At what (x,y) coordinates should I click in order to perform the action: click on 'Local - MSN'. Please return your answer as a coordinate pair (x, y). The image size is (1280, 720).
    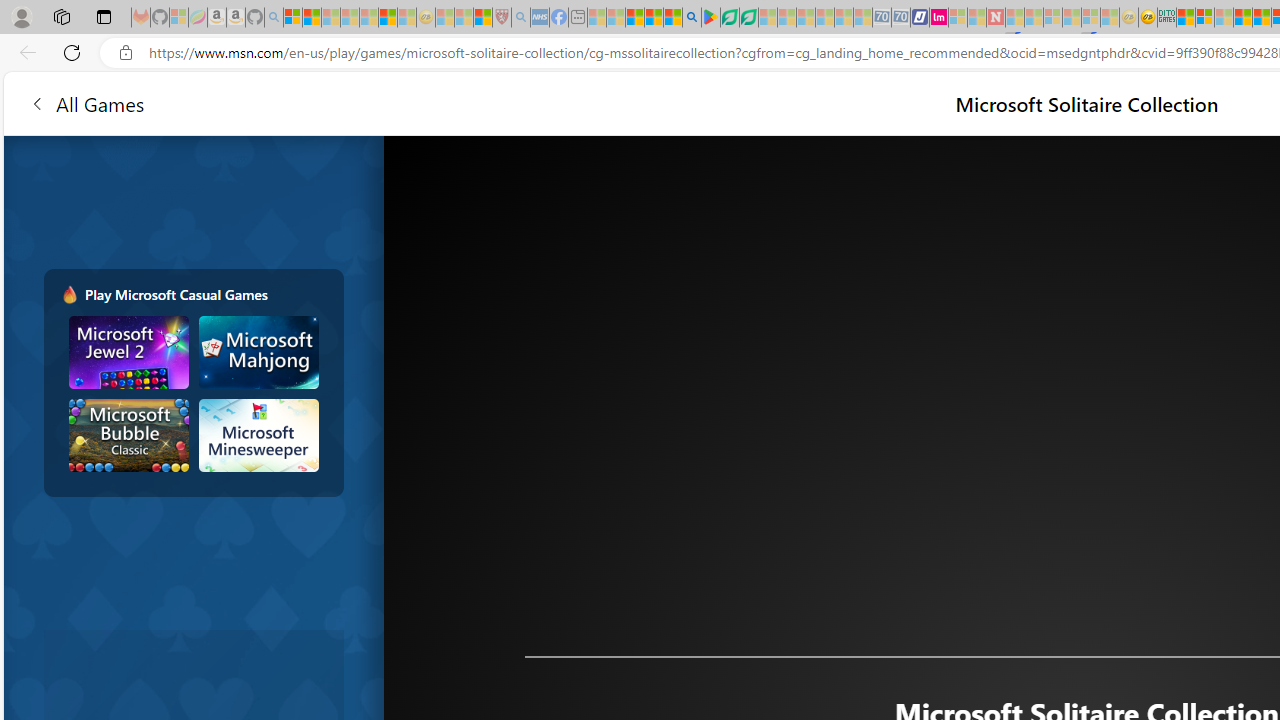
    Looking at the image, I should click on (482, 17).